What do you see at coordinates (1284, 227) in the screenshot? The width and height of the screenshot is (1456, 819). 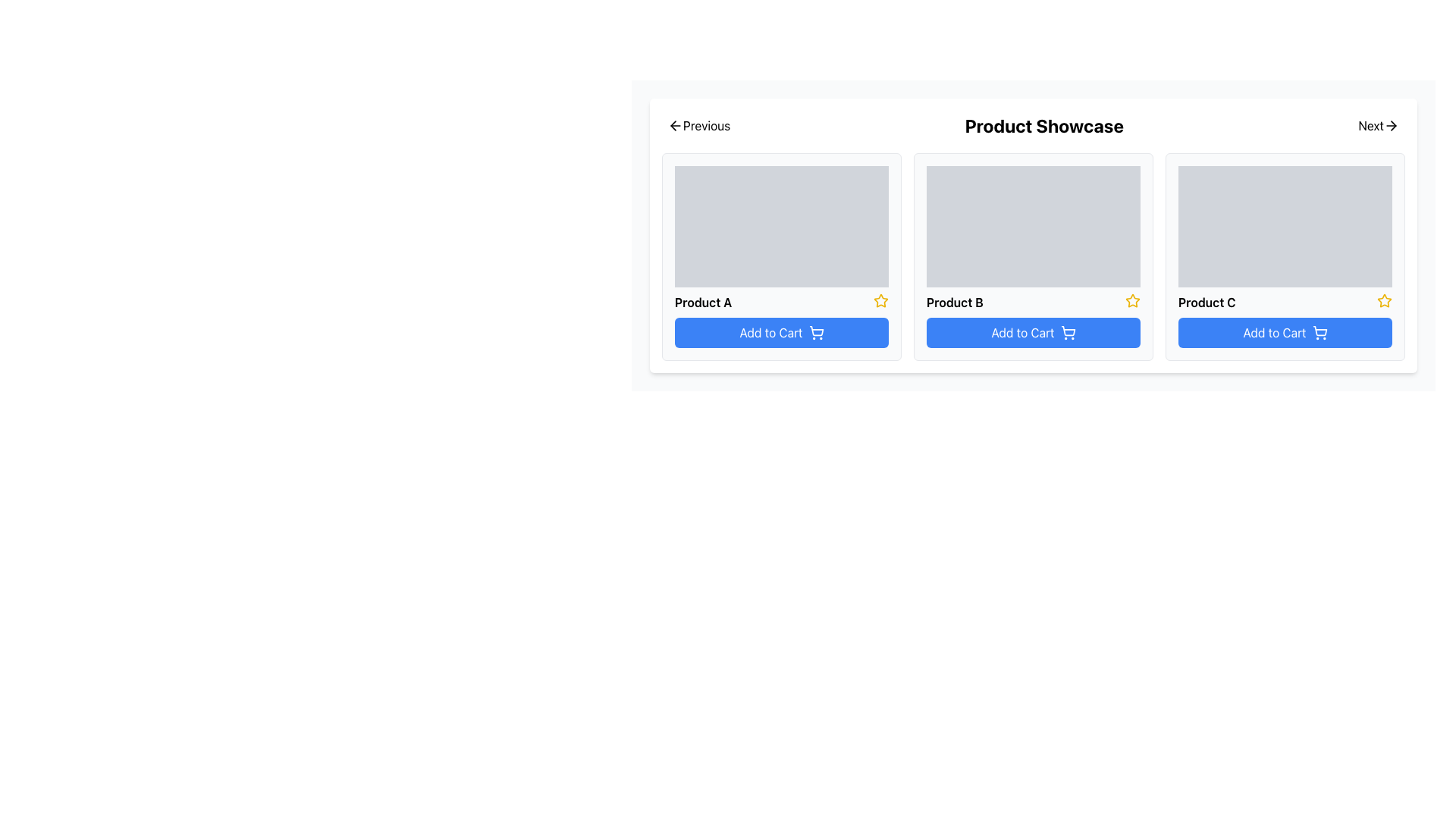 I see `the rectangular image placeholder with a light gray background located on the product card labeled 'Product C', which is the third card in the series of product cards` at bounding box center [1284, 227].